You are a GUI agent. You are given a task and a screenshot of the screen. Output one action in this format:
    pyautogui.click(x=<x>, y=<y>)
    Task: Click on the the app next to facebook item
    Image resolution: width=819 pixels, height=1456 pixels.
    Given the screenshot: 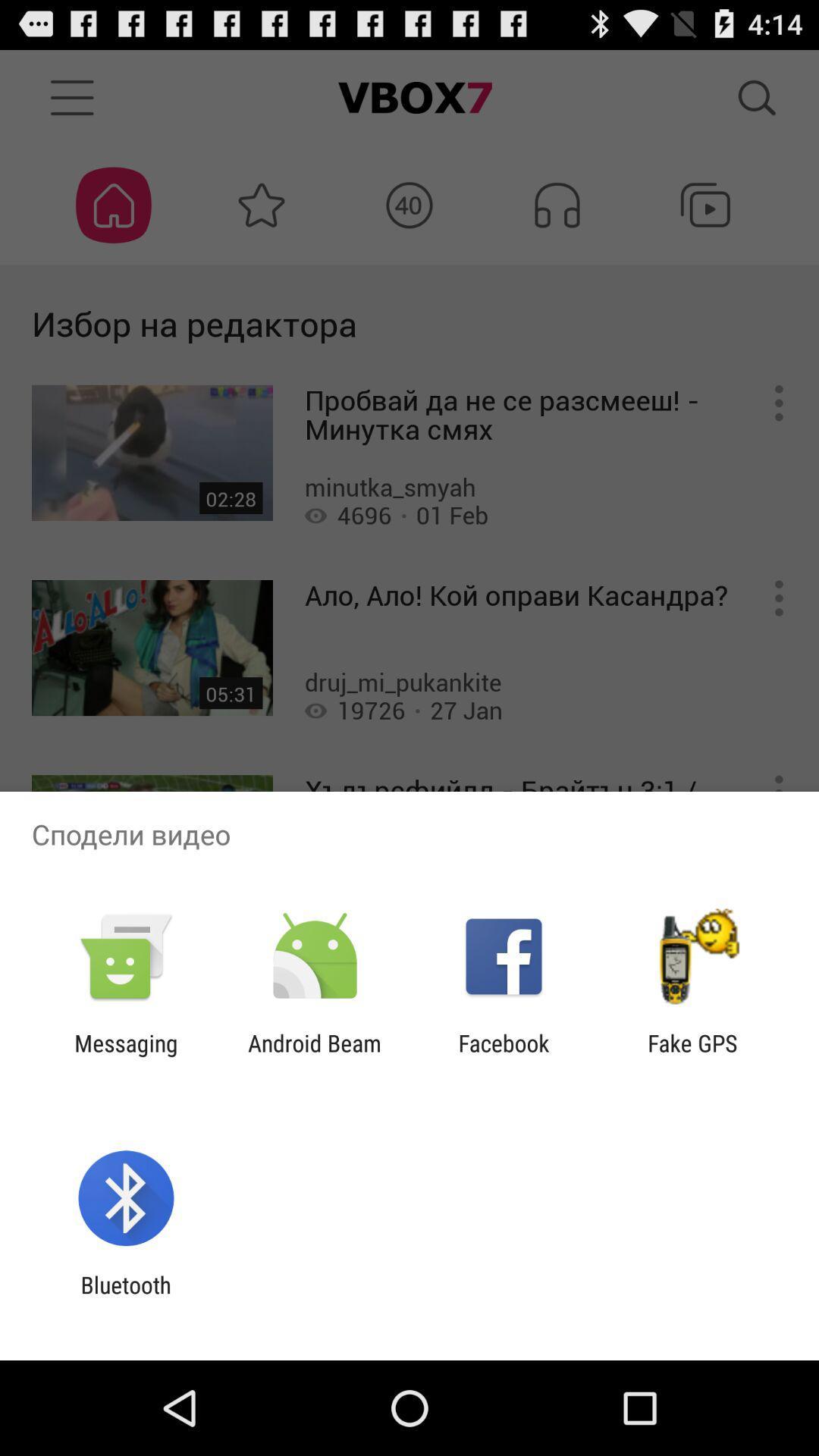 What is the action you would take?
    pyautogui.click(x=314, y=1056)
    